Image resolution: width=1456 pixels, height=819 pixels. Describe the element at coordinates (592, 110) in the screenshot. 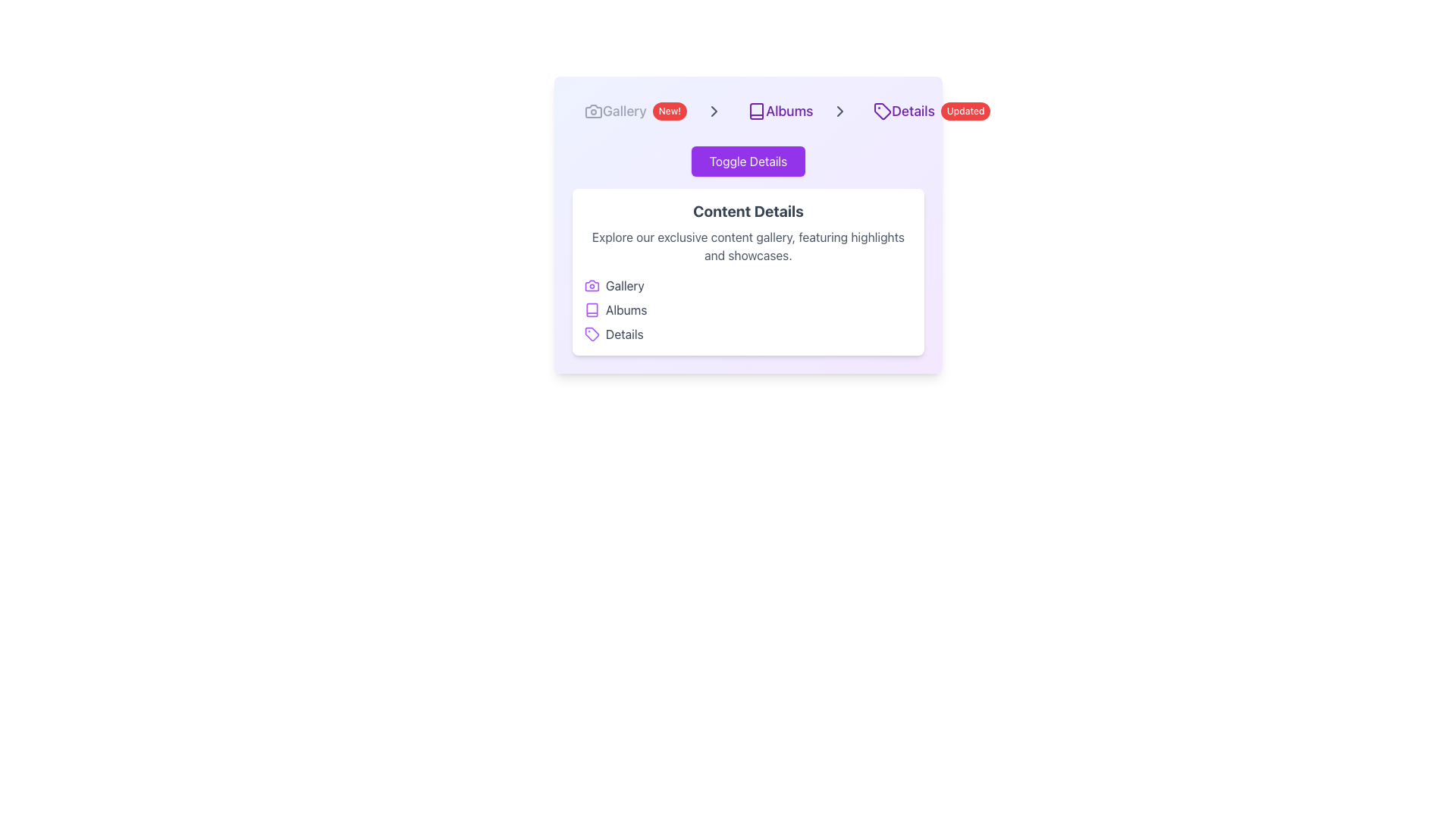

I see `the camera icon representing the 'Gallery' feature, positioned near the top left of the interface, preceding the circular lens element` at that location.